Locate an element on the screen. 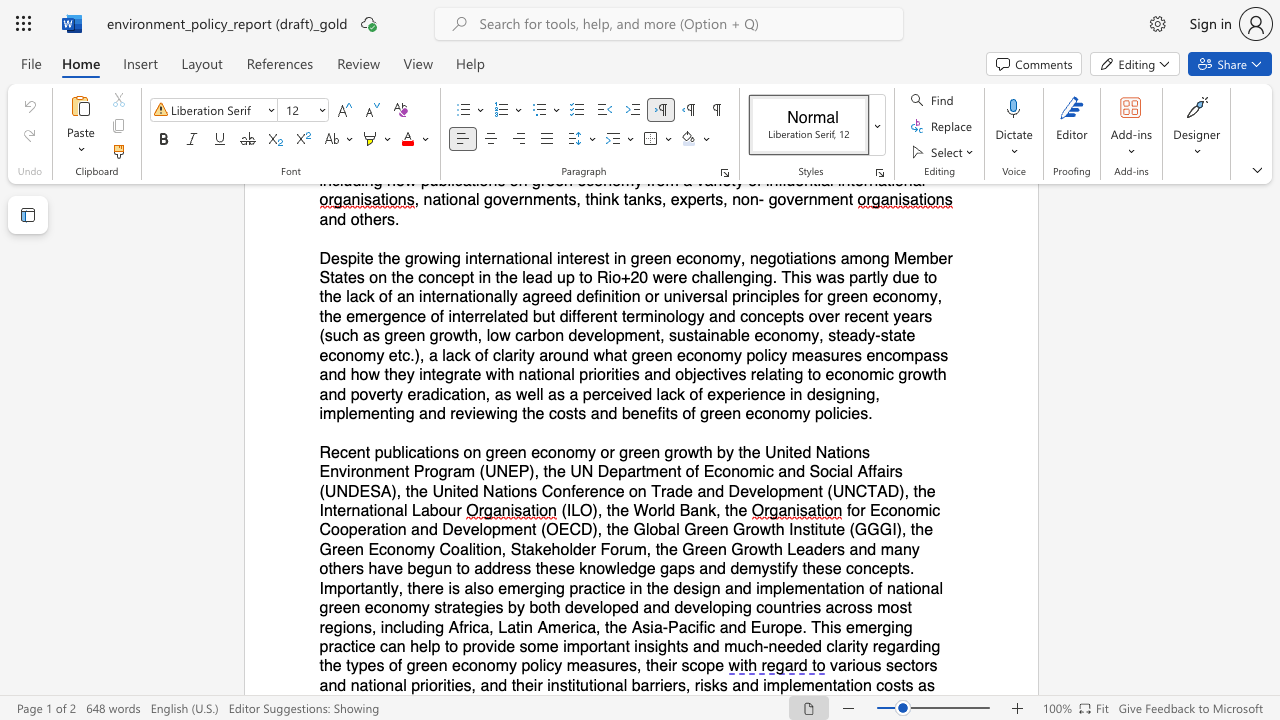 Image resolution: width=1280 pixels, height=720 pixels. the subset text "various sectors and national priorities, a" within the text "various sectors and national priorities, and their institutional barriers," is located at coordinates (829, 666).